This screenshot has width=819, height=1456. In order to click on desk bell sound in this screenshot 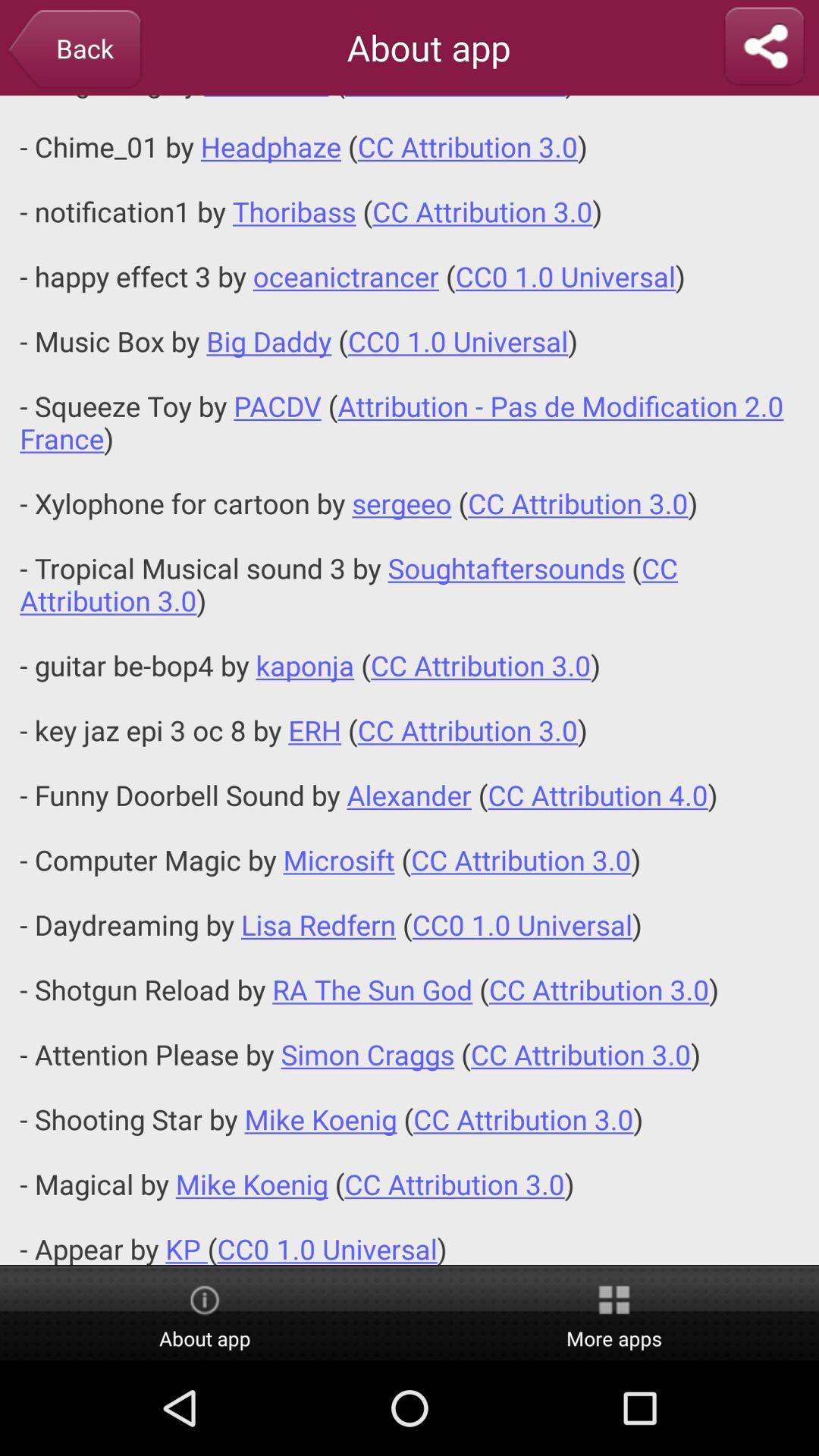, I will do `click(409, 679)`.